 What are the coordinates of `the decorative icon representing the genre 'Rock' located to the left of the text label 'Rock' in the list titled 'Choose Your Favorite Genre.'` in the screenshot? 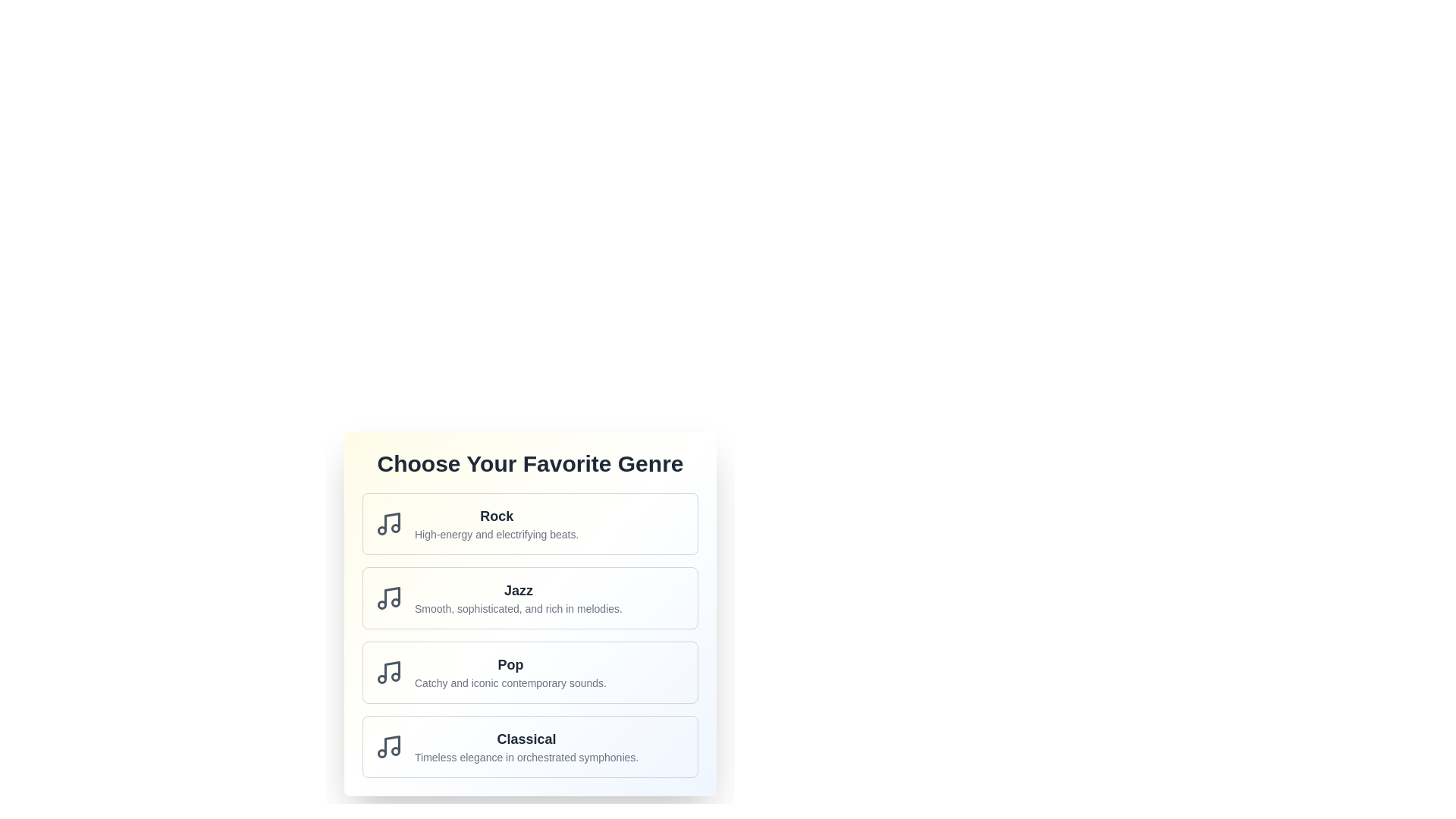 It's located at (389, 522).